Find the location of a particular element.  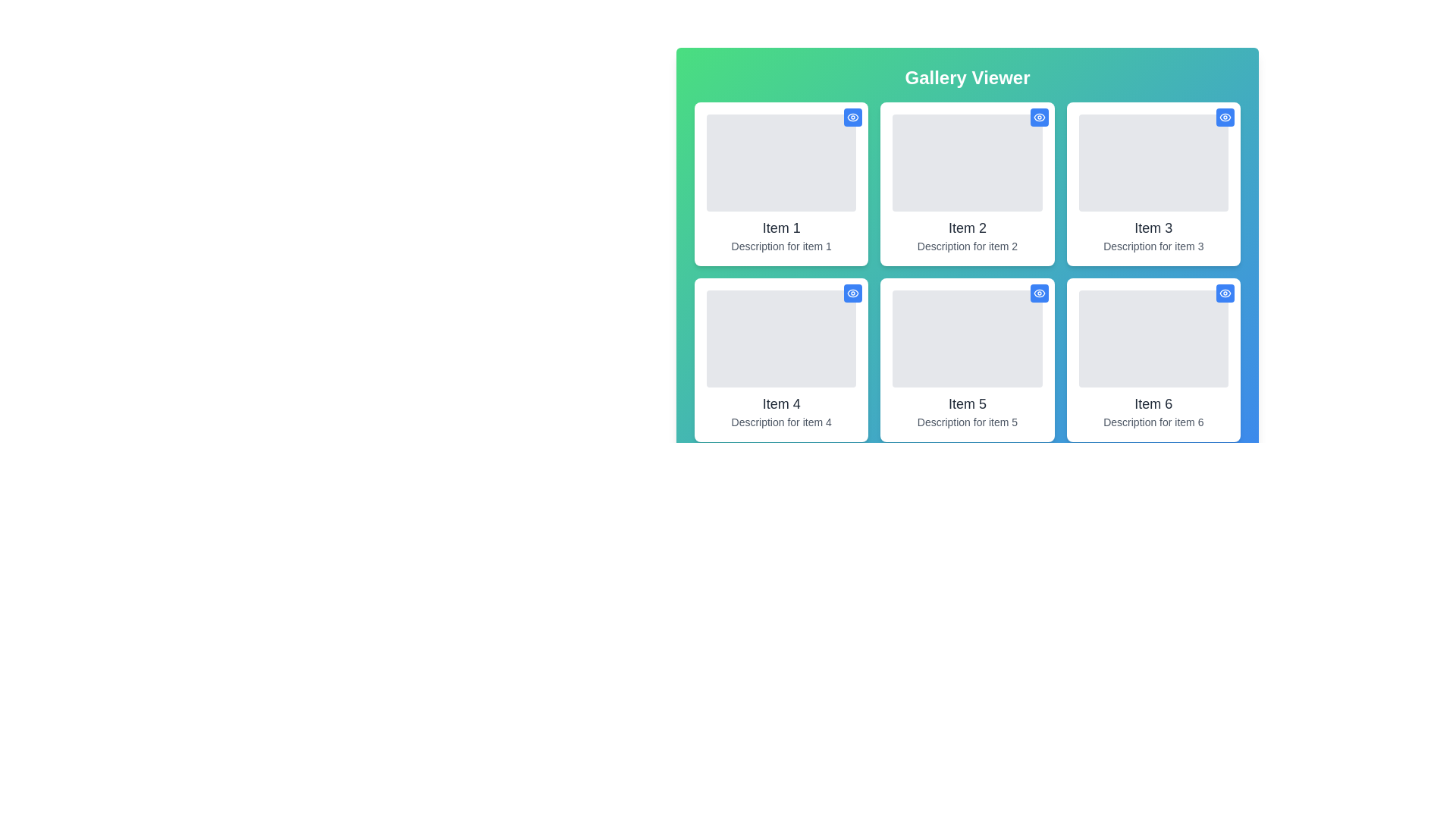

the text label 'Item 6', which is styled in a bold, medium-sized font and located in the sixth grid cell of a 3x2 layout, directly below the image placeholder is located at coordinates (1153, 403).